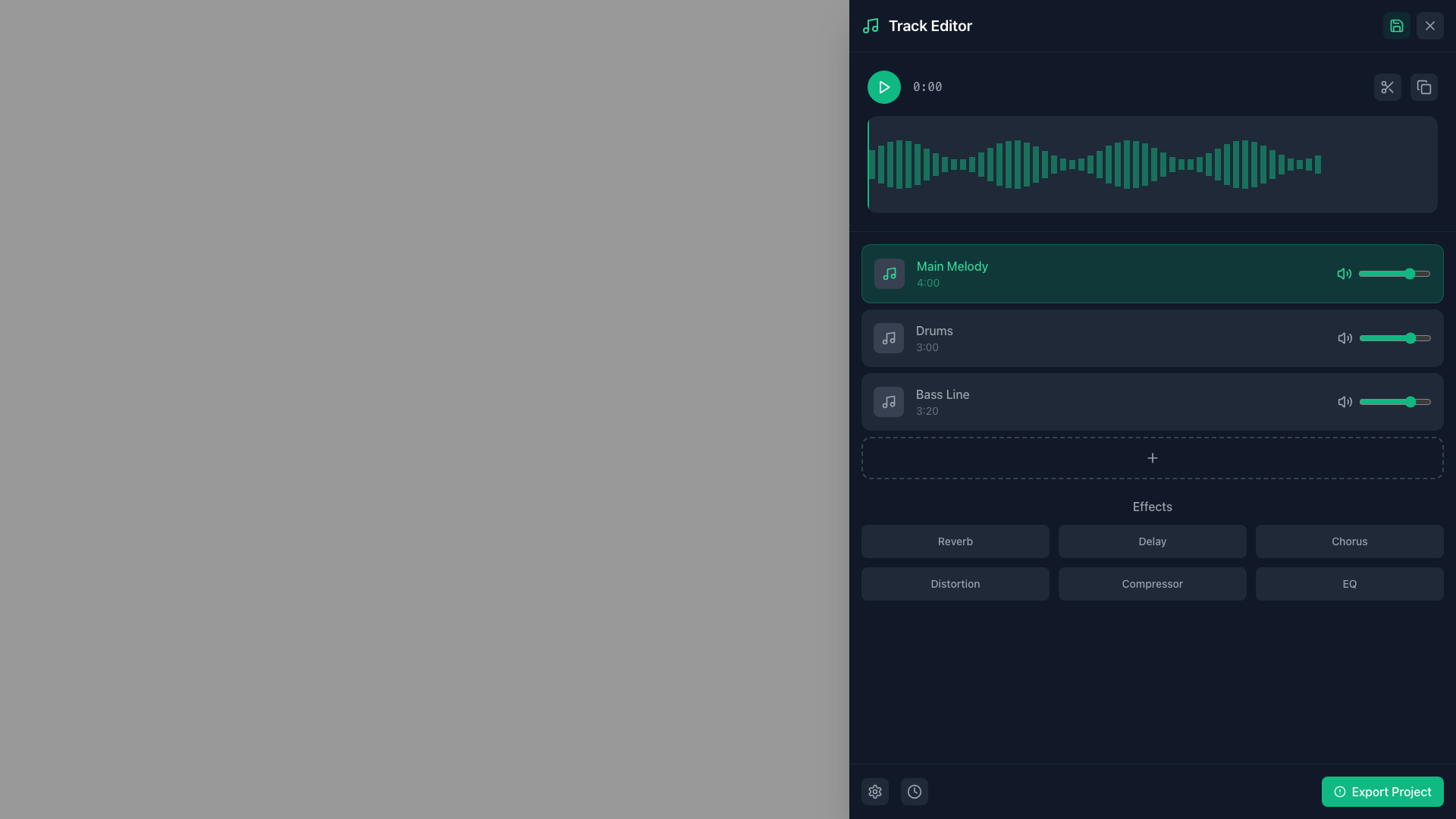  I want to click on the 18th green waveform bar in the track editor interface, which is a tall, narrow rectangle with a semi-transparent appearance, so click(1026, 164).